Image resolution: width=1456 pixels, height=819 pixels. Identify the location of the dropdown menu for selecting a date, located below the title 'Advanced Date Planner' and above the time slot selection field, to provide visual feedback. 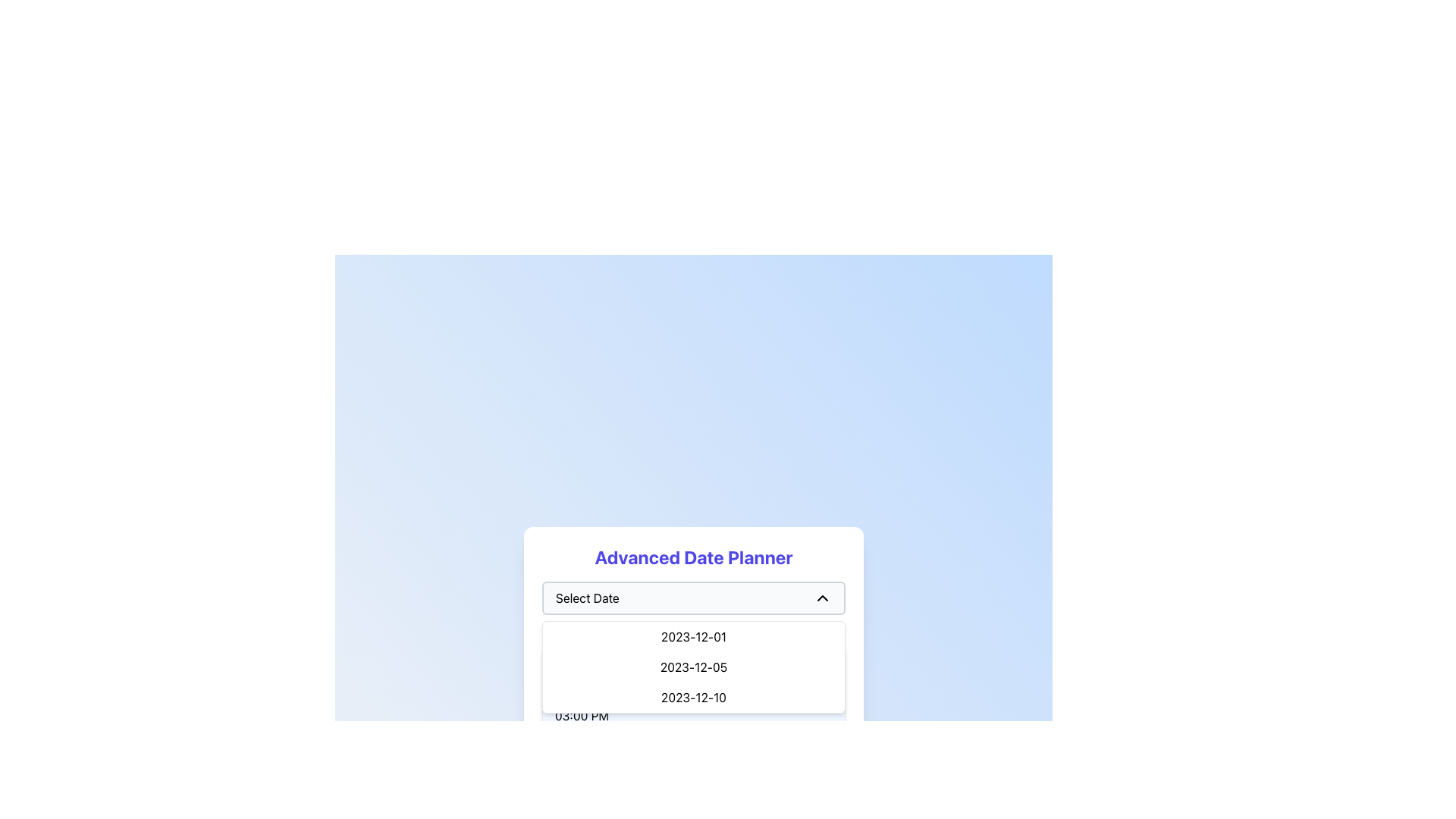
(693, 663).